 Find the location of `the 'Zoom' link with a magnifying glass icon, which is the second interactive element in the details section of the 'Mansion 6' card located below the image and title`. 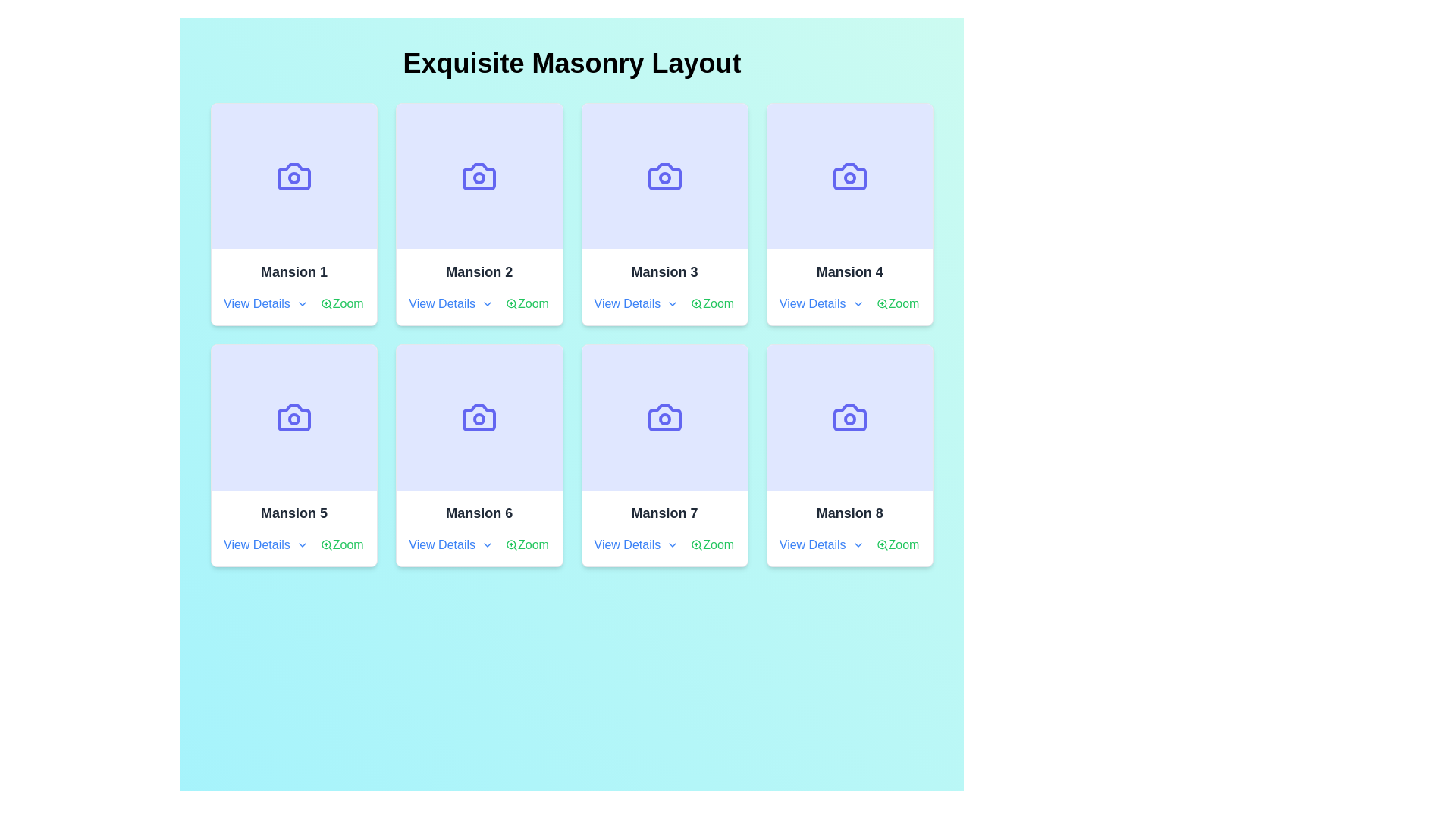

the 'Zoom' link with a magnifying glass icon, which is the second interactive element in the details section of the 'Mansion 6' card located below the image and title is located at coordinates (527, 544).